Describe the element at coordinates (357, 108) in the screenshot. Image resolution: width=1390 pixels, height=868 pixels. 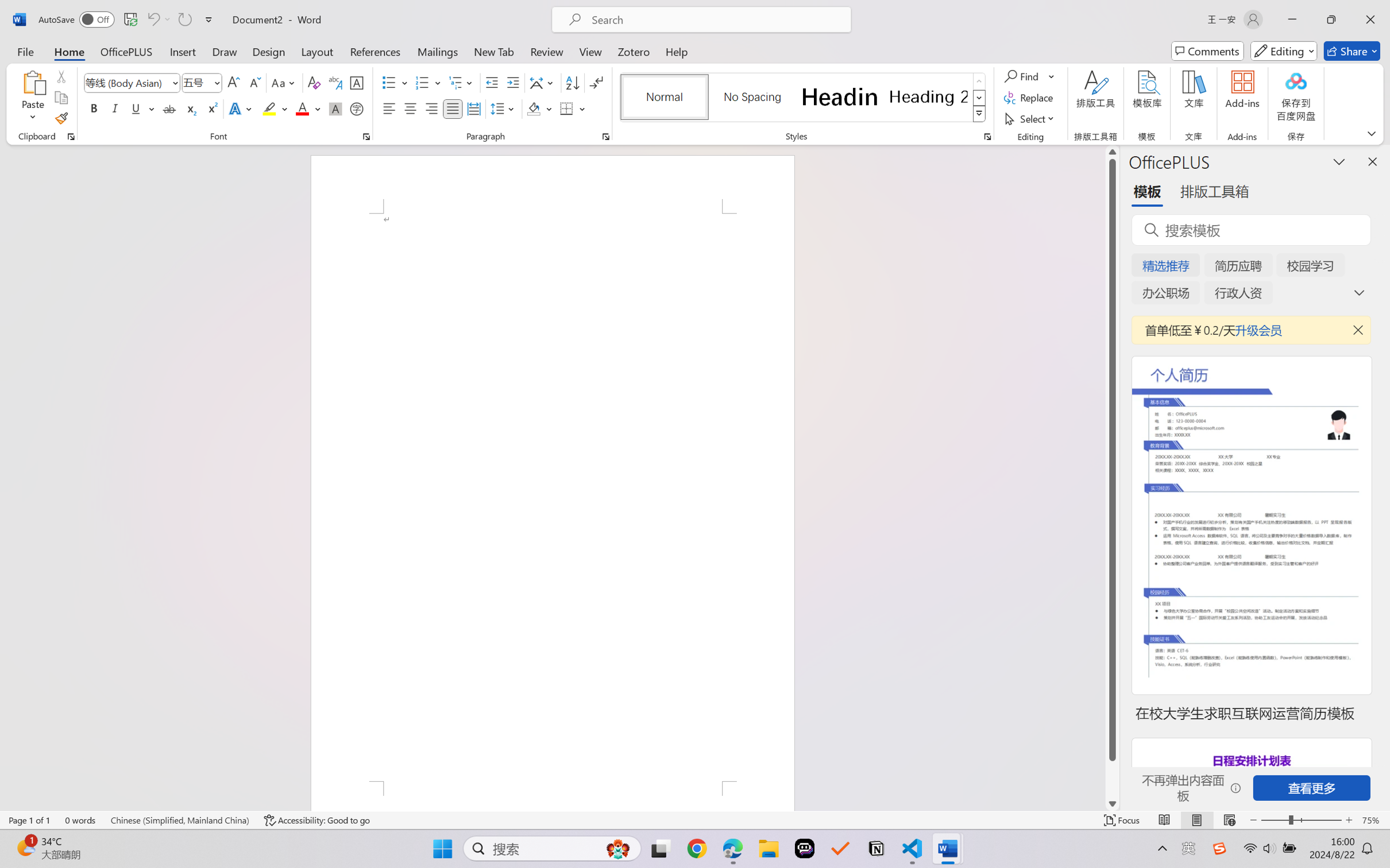
I see `'Enclose Characters...'` at that location.